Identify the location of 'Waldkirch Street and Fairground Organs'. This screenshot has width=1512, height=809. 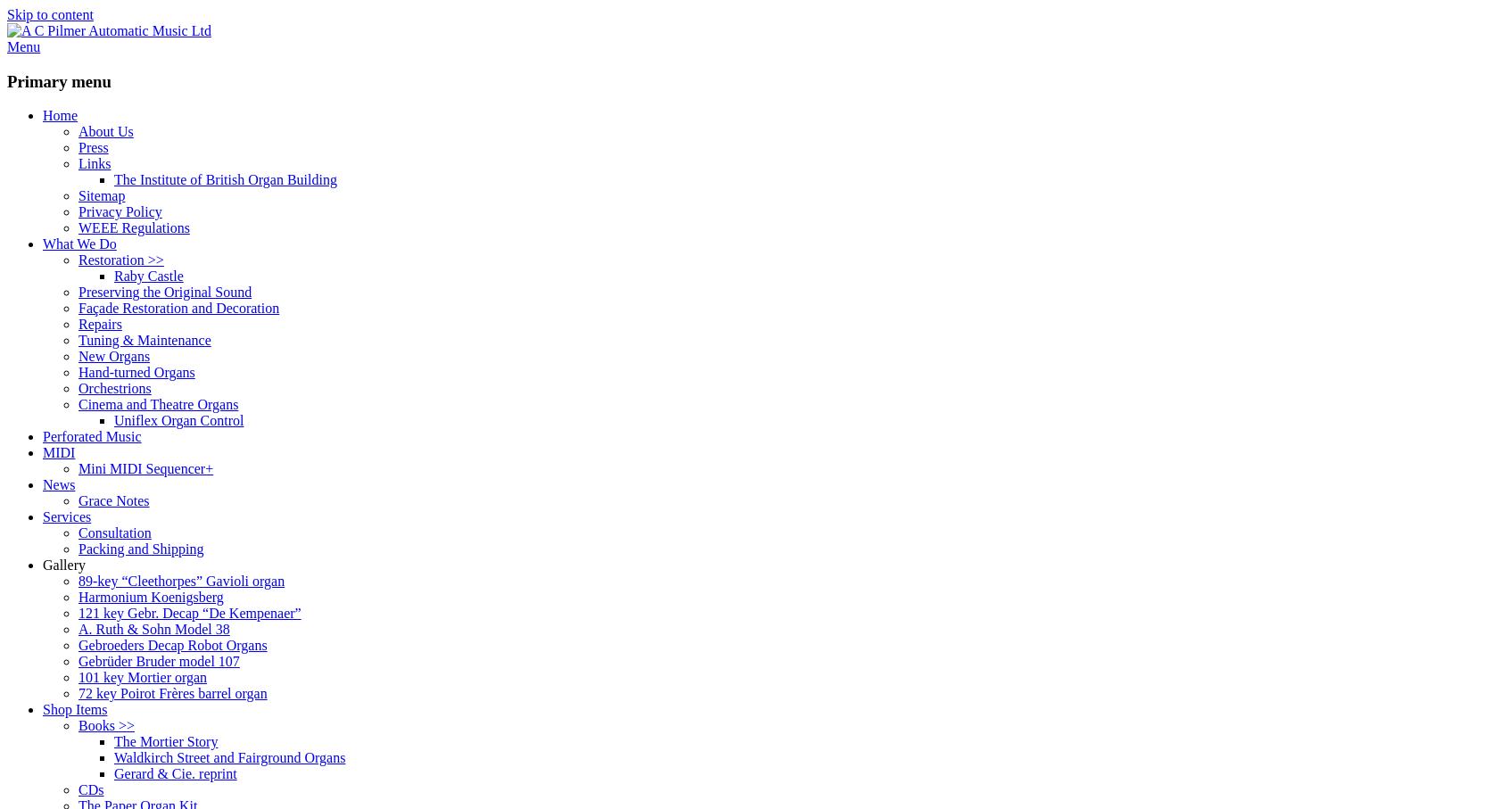
(228, 756).